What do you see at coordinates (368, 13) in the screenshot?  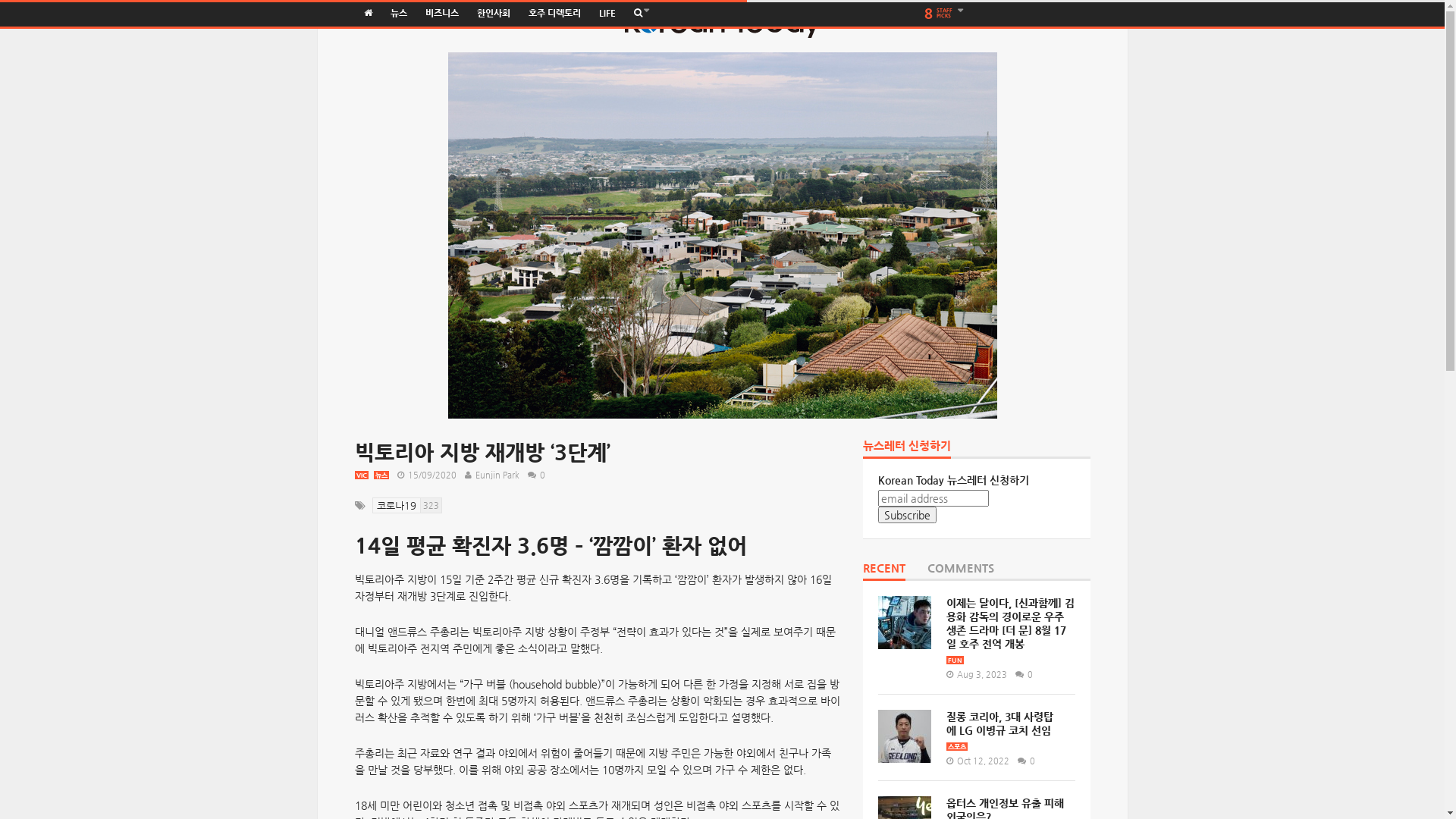 I see `'<i class="fa fa-home"></i>'` at bounding box center [368, 13].